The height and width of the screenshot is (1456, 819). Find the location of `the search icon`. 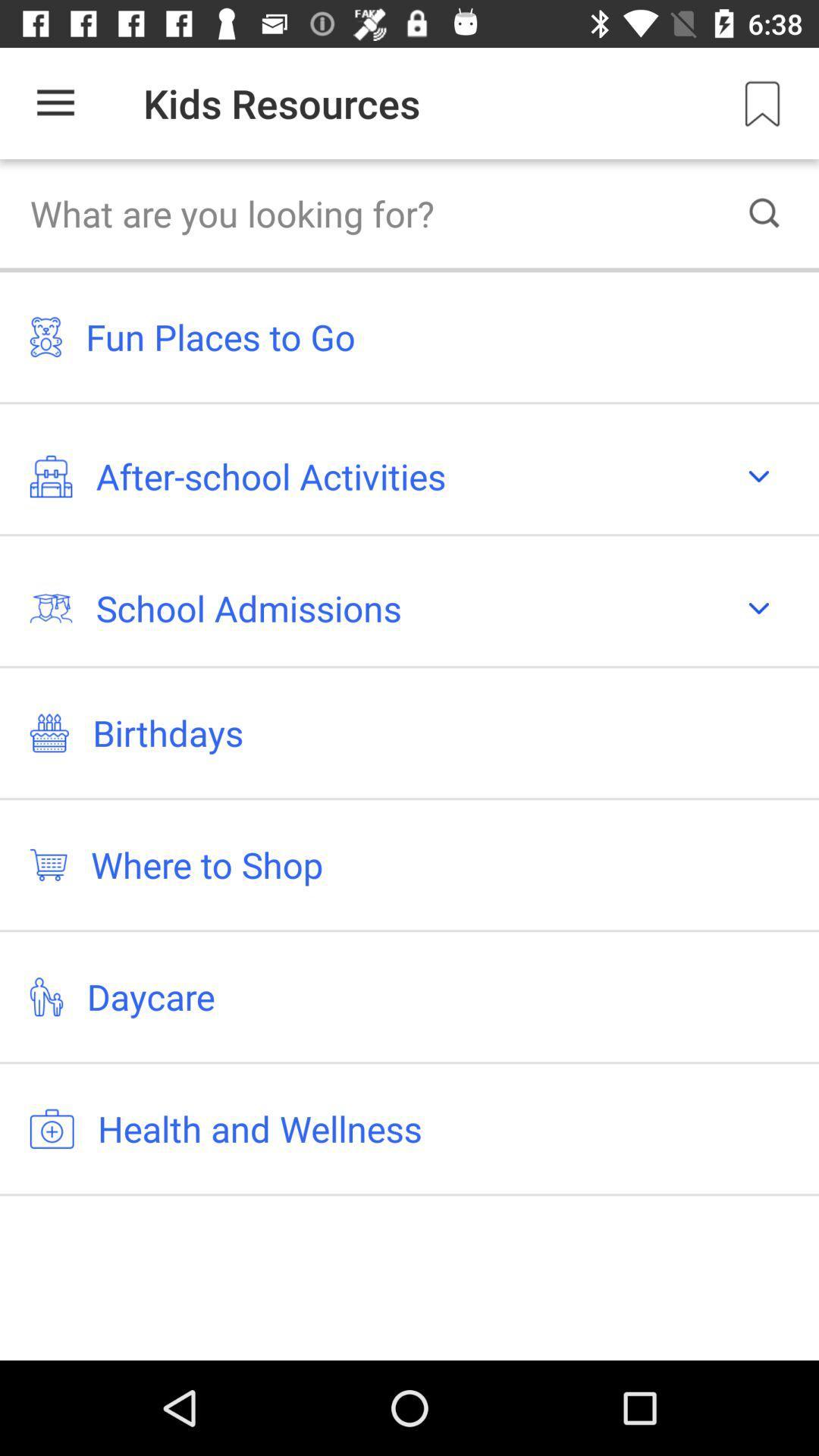

the search icon is located at coordinates (764, 212).